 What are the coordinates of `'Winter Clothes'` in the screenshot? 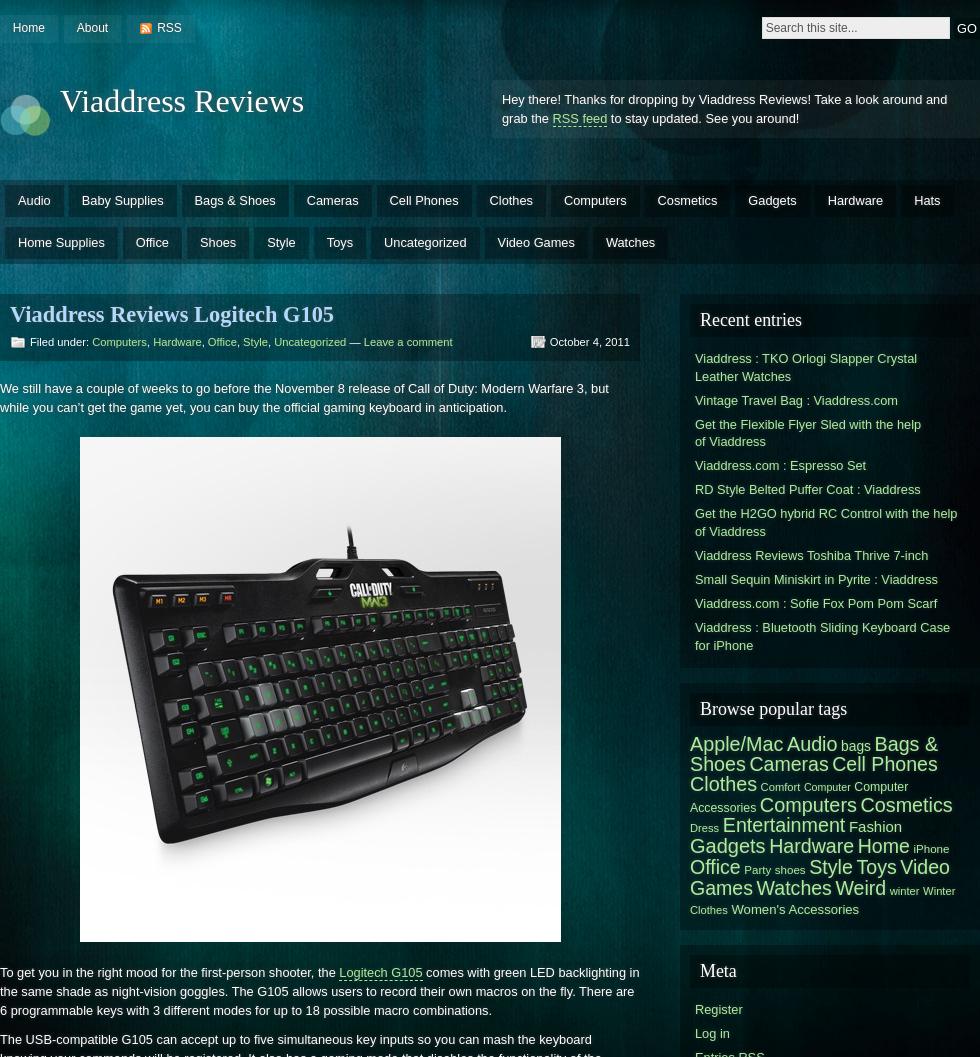 It's located at (690, 899).